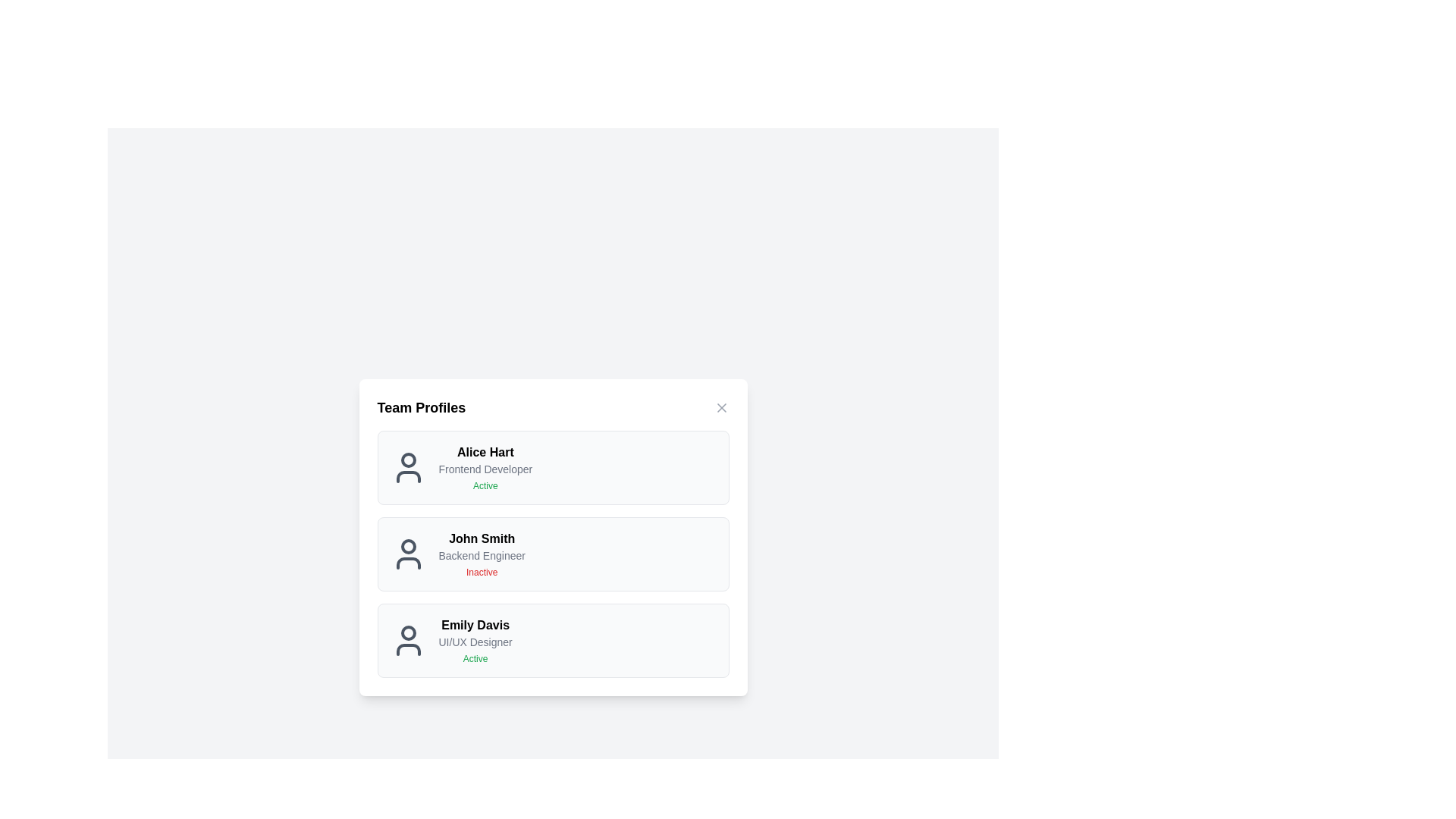  I want to click on the user profile card of John Smith, so click(552, 554).